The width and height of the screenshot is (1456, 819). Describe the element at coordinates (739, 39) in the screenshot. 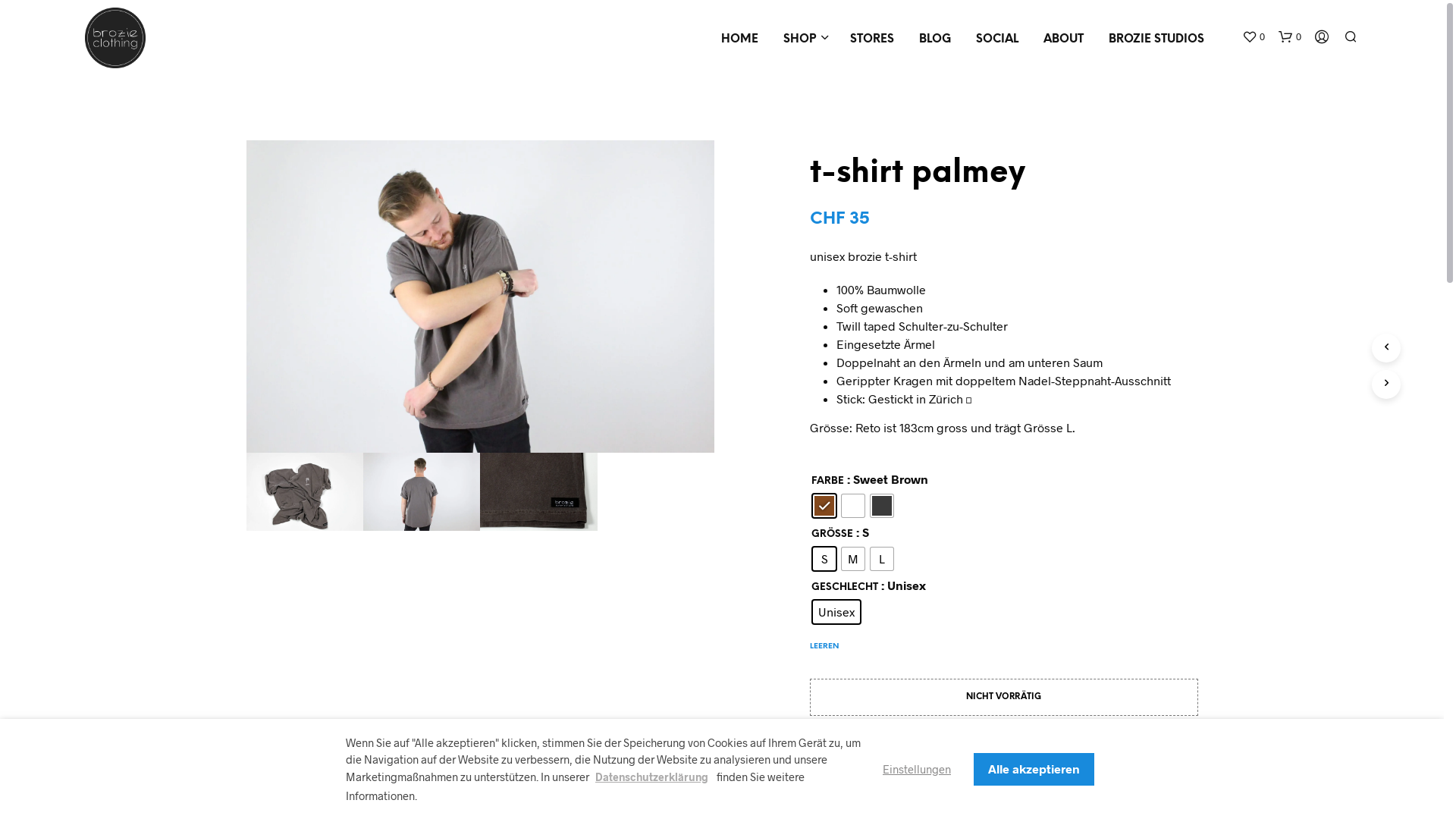

I see `'HOME'` at that location.